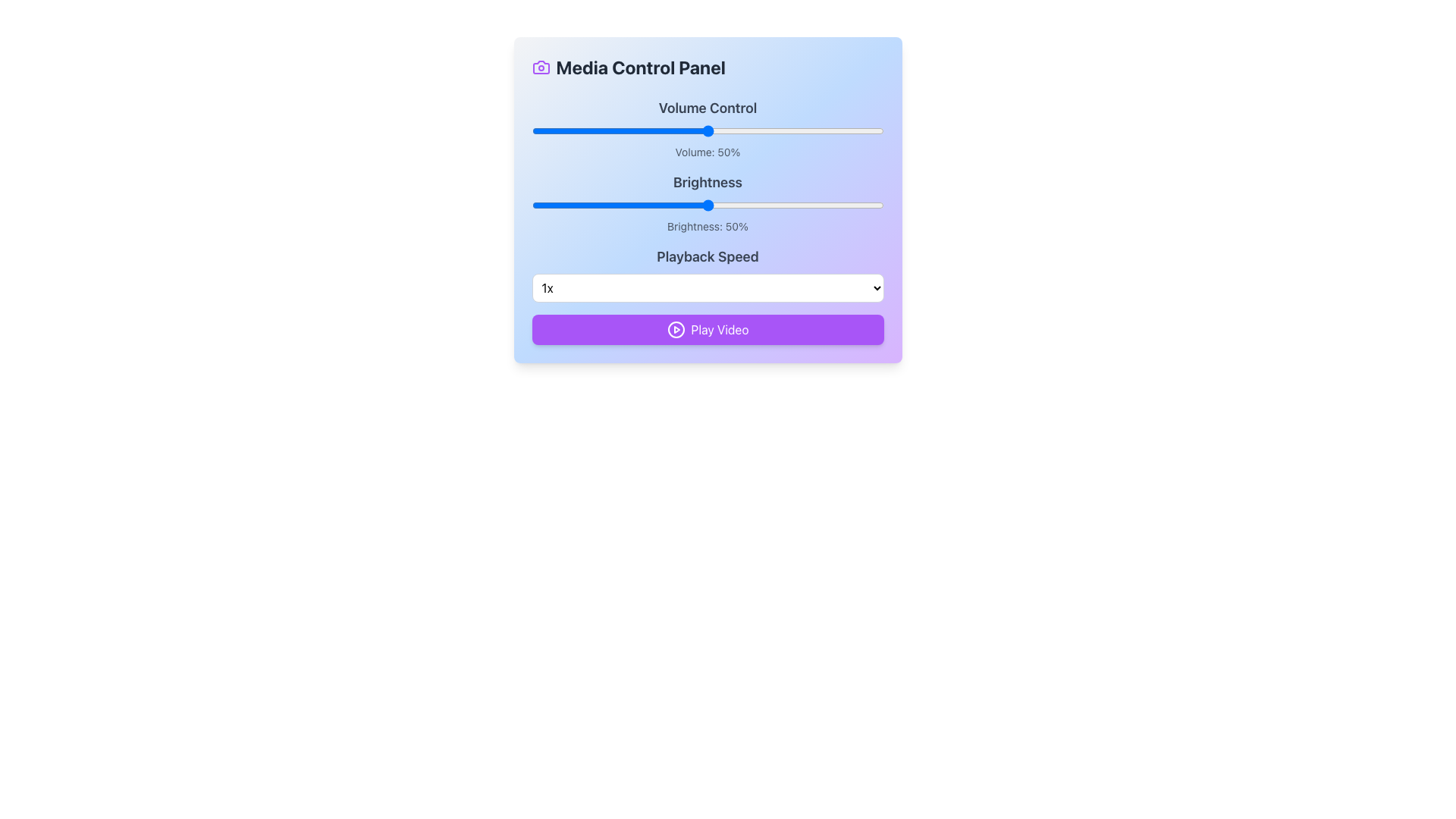  What do you see at coordinates (844, 205) in the screenshot?
I see `the brightness level` at bounding box center [844, 205].